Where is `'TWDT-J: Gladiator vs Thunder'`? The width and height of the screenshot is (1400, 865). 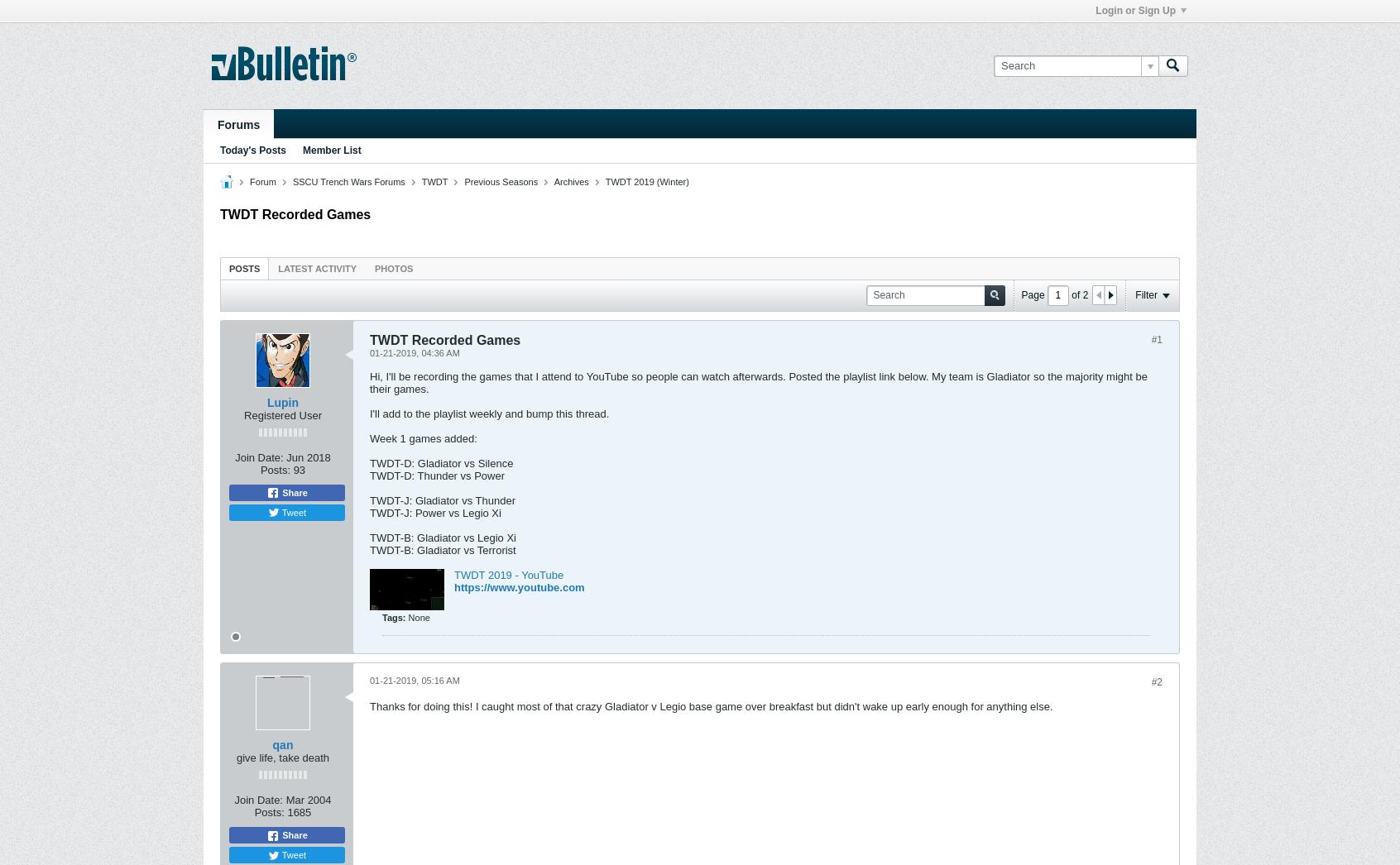
'TWDT-J: Gladiator vs Thunder' is located at coordinates (443, 499).